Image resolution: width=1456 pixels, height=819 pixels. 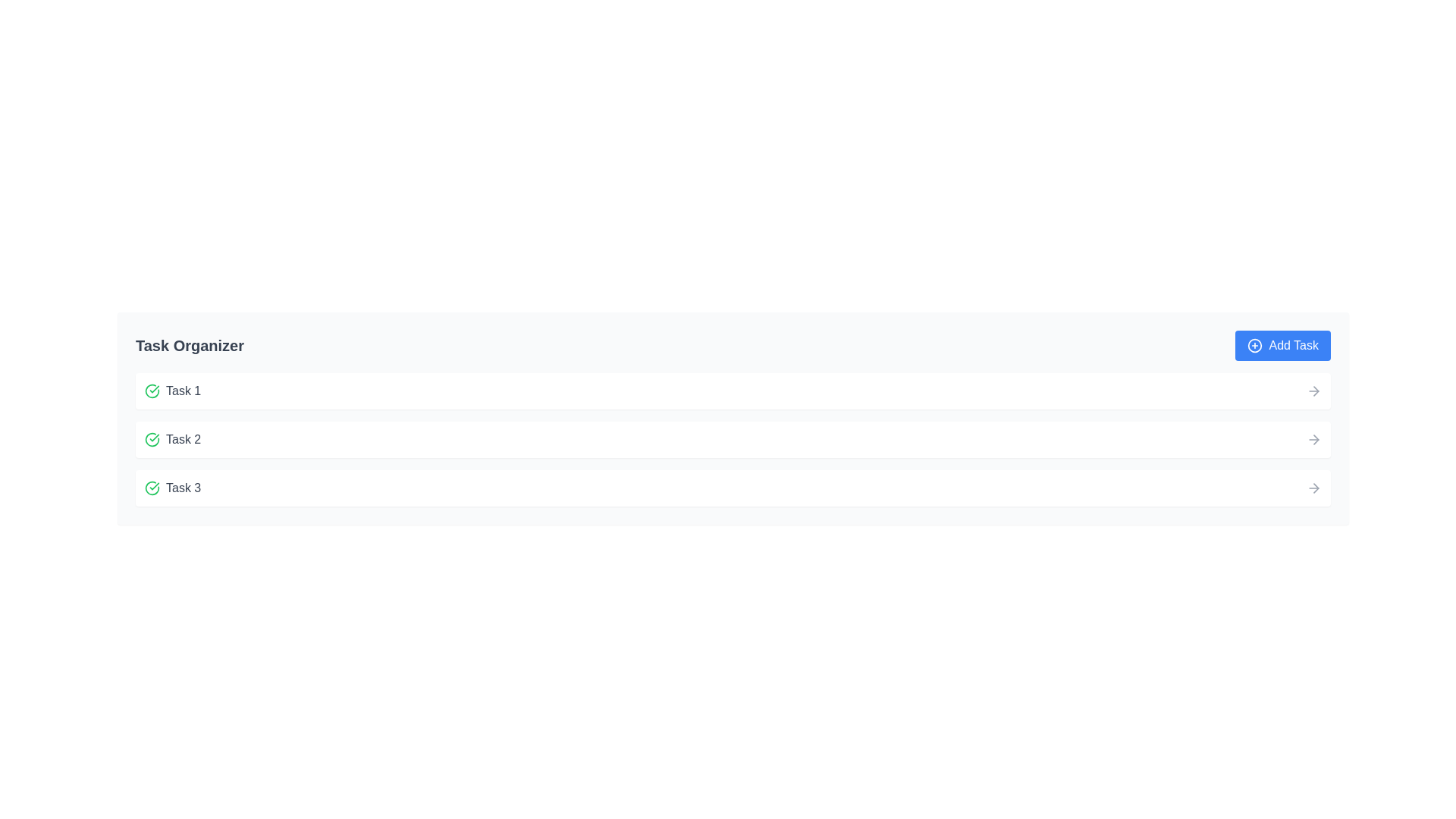 What do you see at coordinates (173, 488) in the screenshot?
I see `the label styled in gray text with a checkmark icon indicating 'Task 3', which is the last item in the task list` at bounding box center [173, 488].